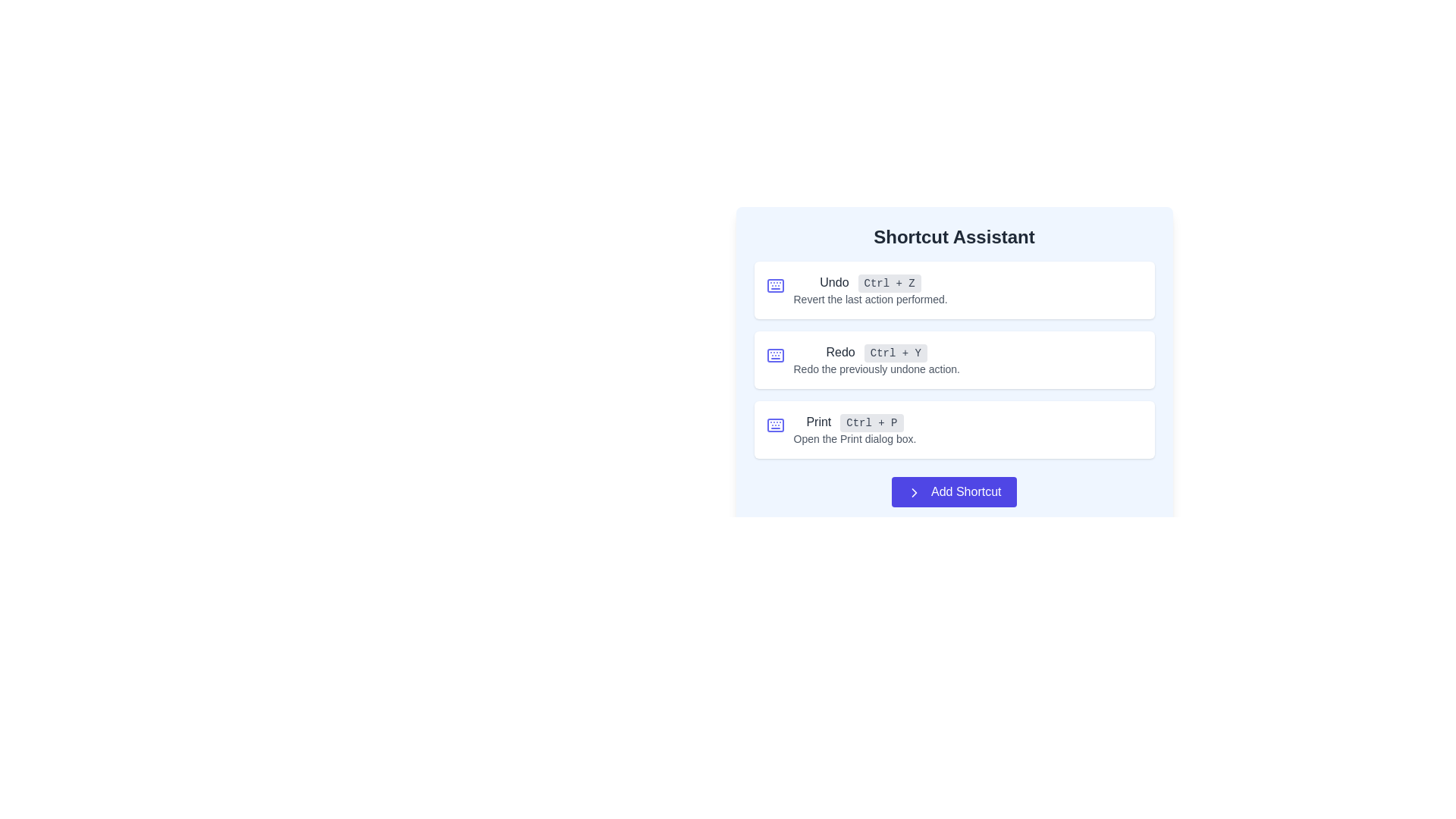 This screenshot has height=819, width=1456. I want to click on the chevron icon located to the left of the 'Add Shortcut' button, which serves as a navigational hint or button, so click(914, 492).